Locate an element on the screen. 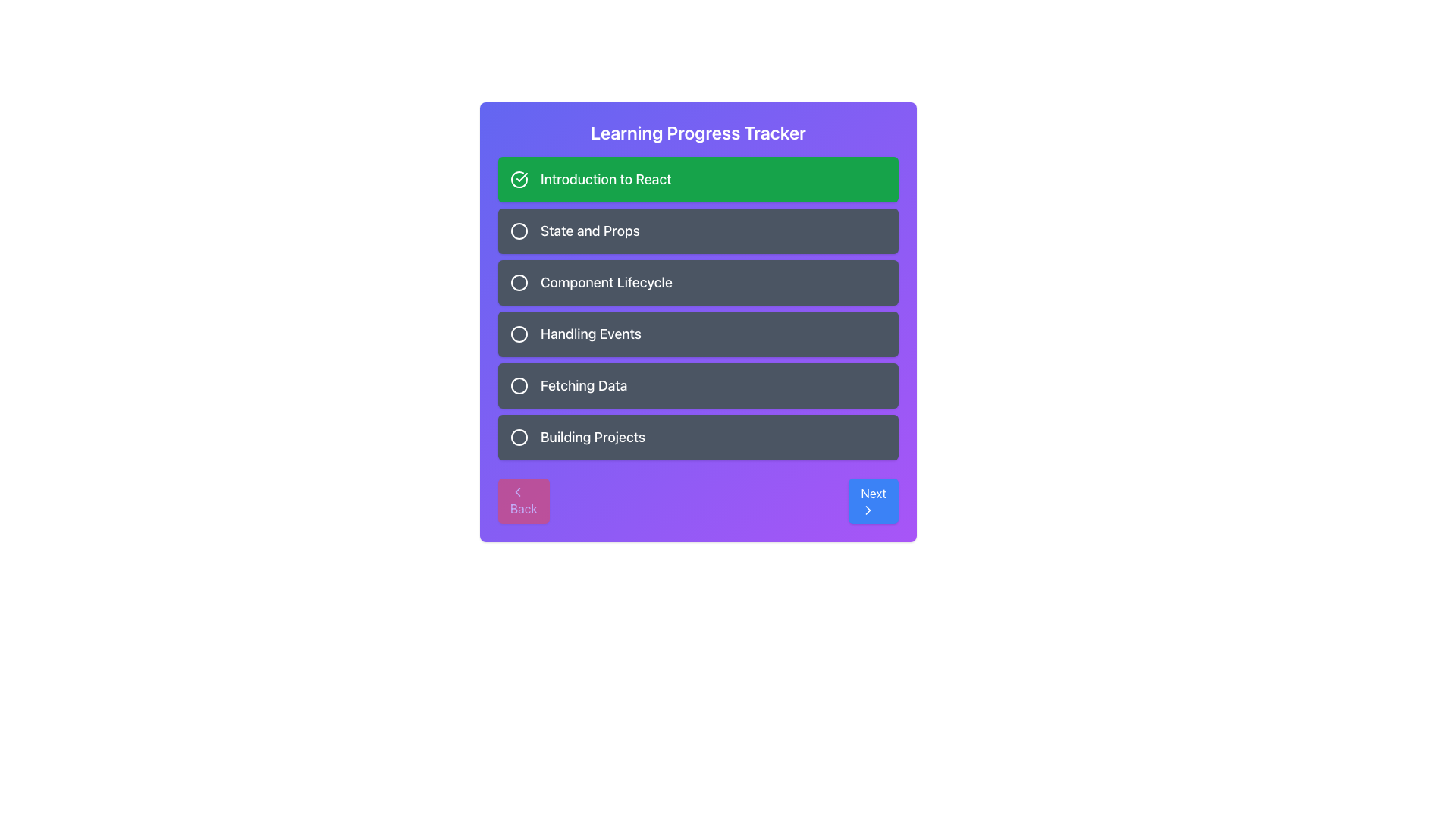  the 'State and Props' button-like list item, which is the second item in a vertical list styled with a rounded border and shadow, located below 'Introduction to React' is located at coordinates (698, 231).